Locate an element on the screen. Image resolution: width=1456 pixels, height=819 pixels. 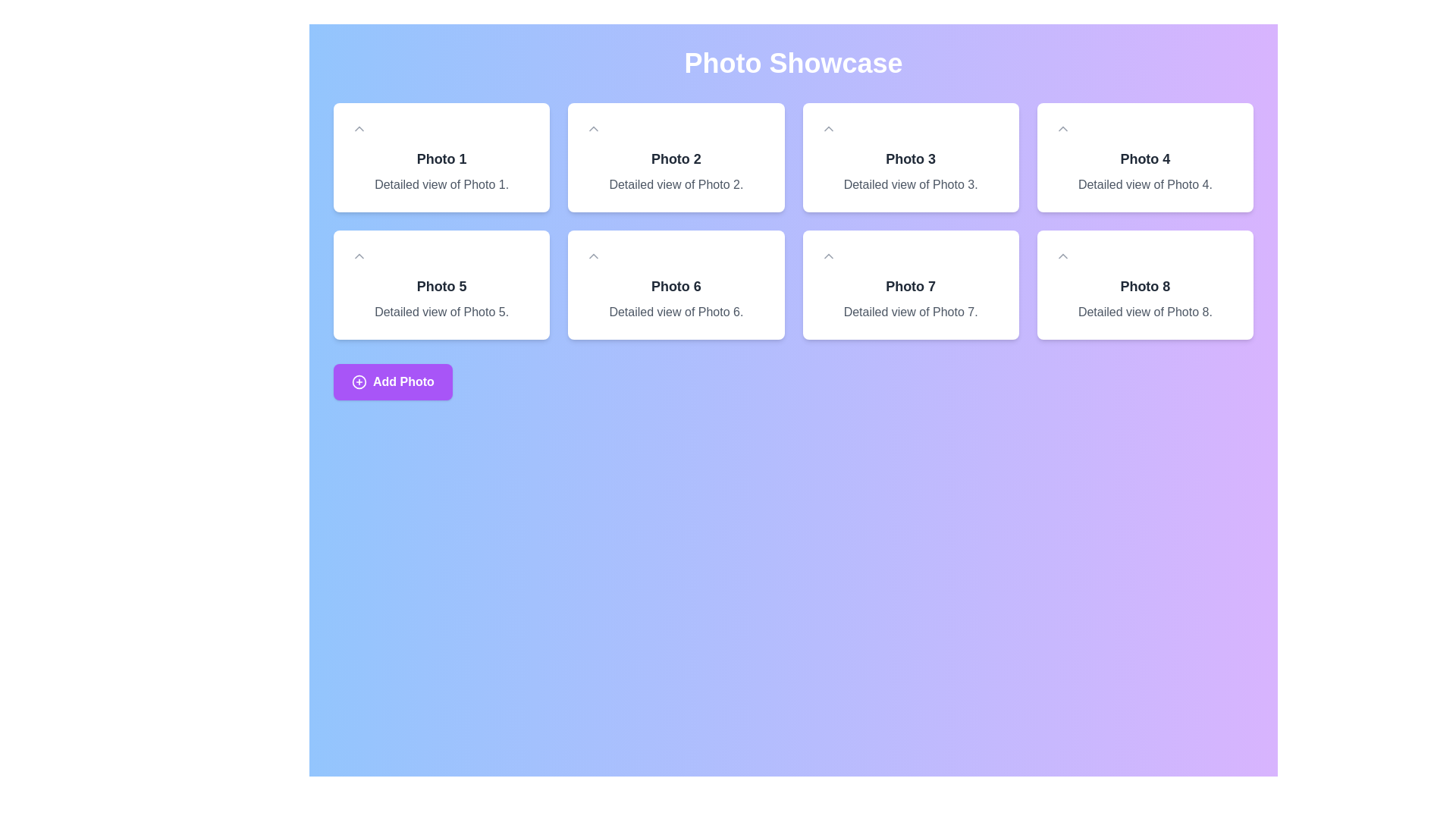
the text label displaying 'Photo 7' in the seventh card of the grid layout, located in the second row and third column is located at coordinates (910, 287).